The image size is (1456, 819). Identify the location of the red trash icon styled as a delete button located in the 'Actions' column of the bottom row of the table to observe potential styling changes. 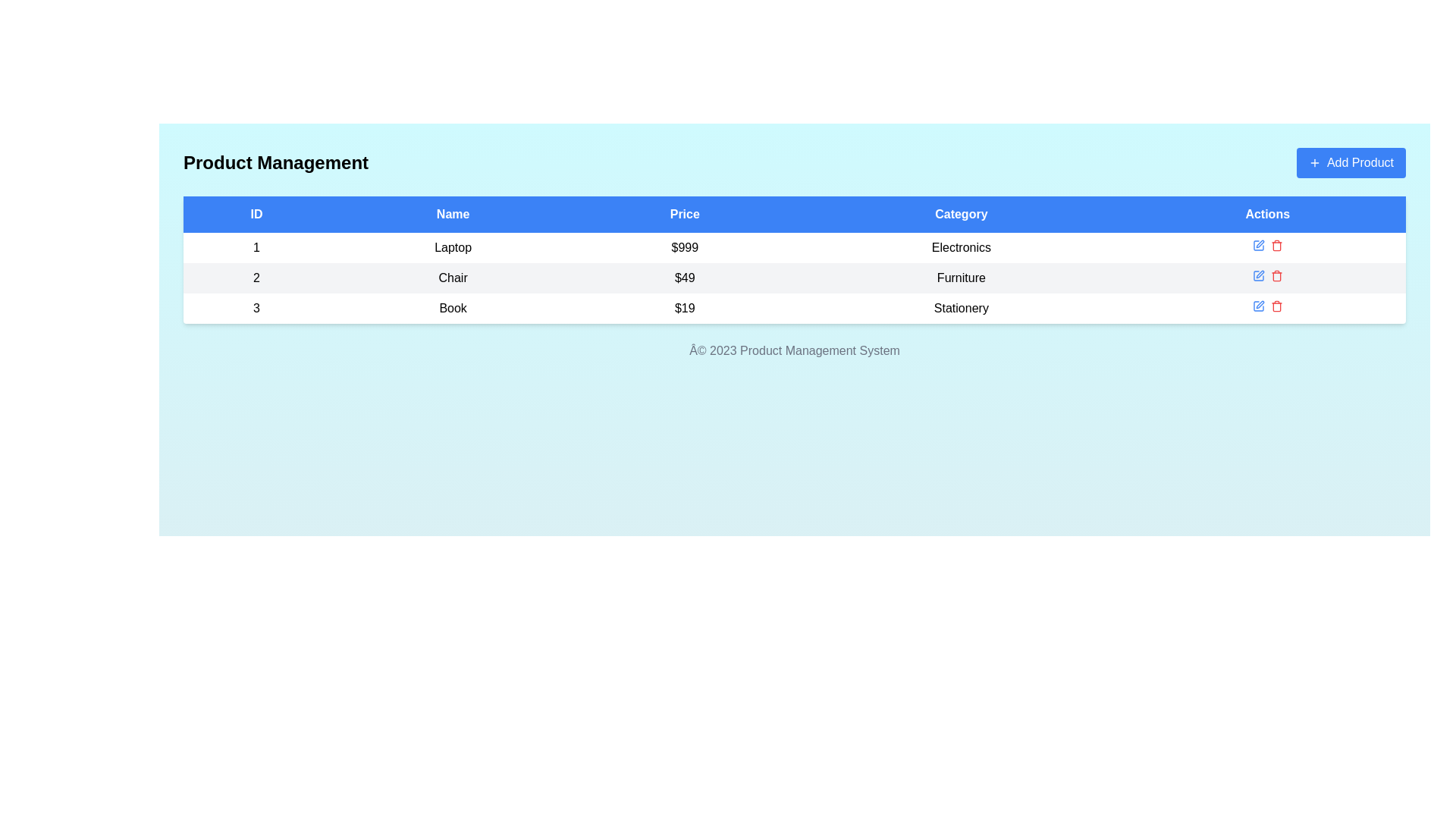
(1276, 306).